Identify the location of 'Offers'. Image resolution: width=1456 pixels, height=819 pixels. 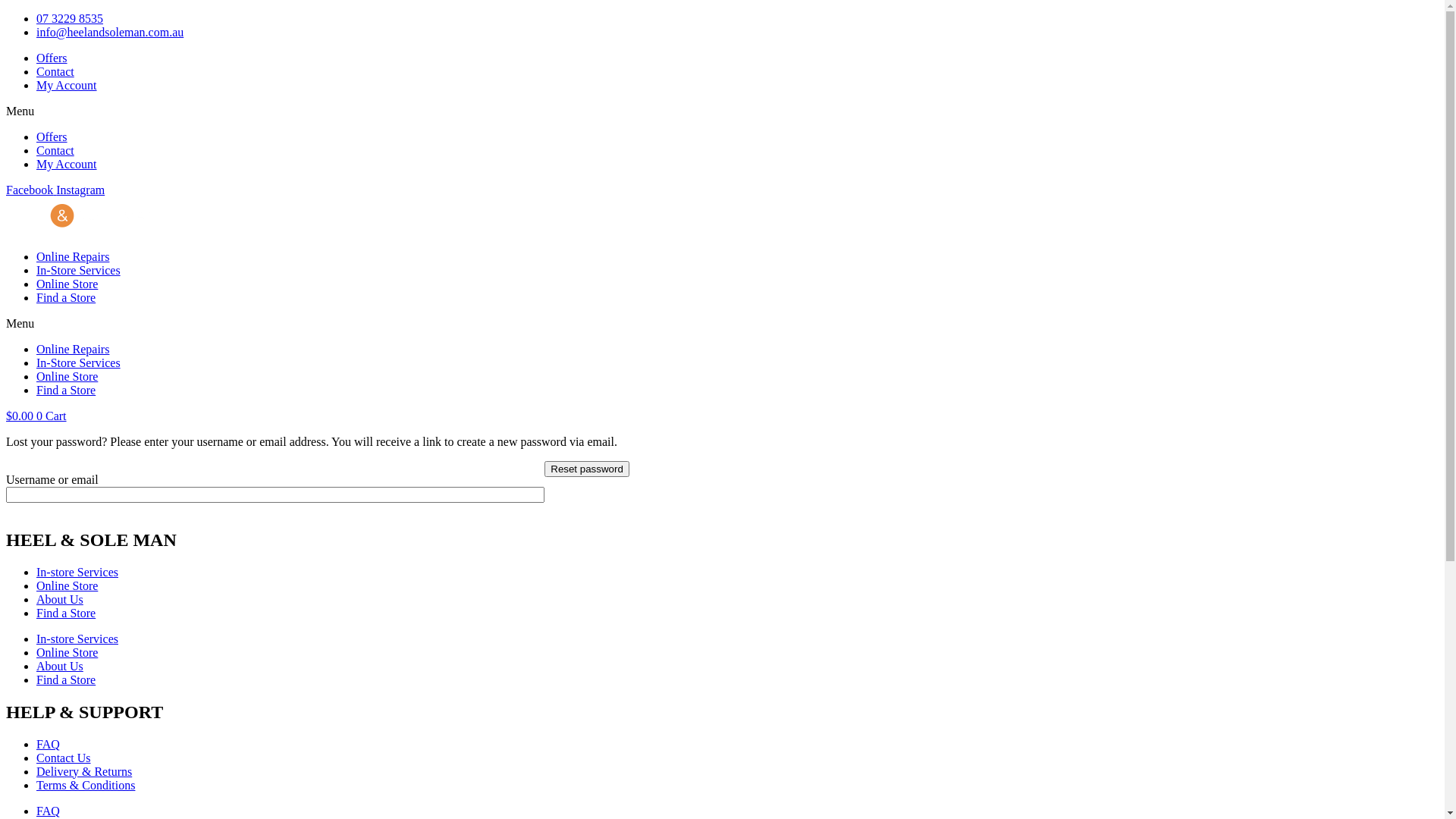
(52, 136).